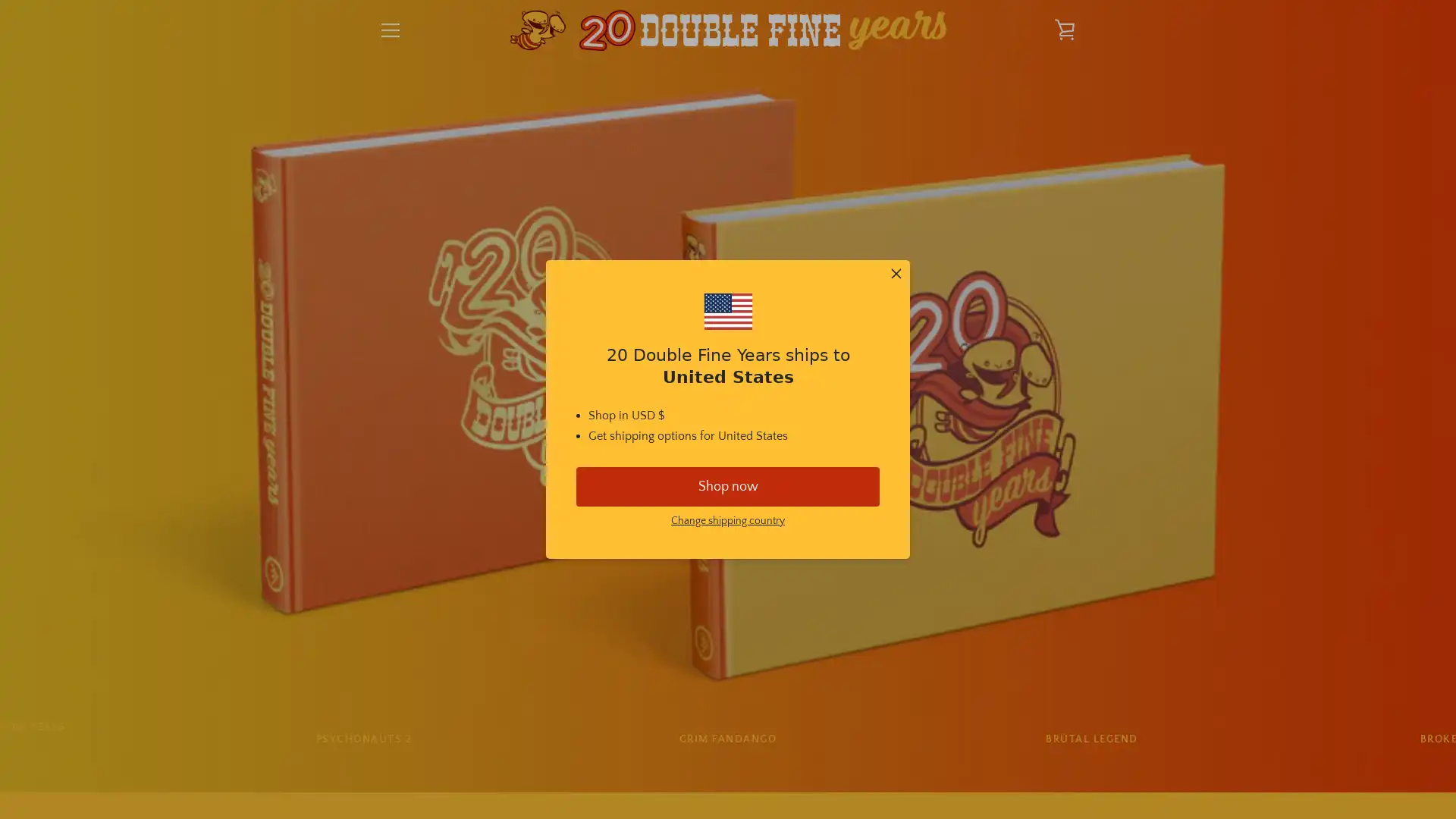 The width and height of the screenshot is (1456, 819). Describe the element at coordinates (362, 739) in the screenshot. I see `SLIDE 2 PSYCHONAUTS 2` at that location.